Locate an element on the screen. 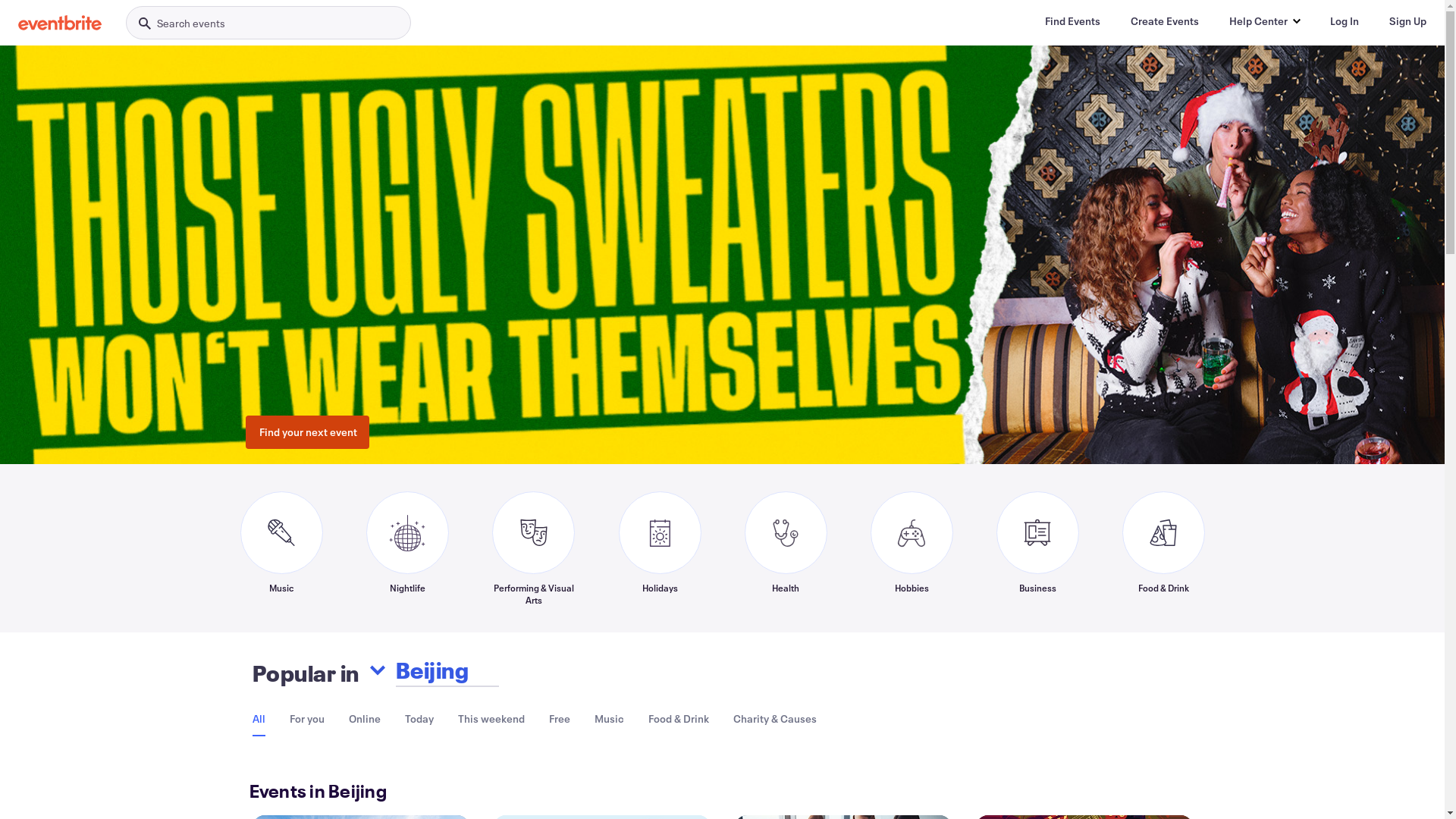 This screenshot has width=1456, height=819. 'Log In' is located at coordinates (1344, 20).